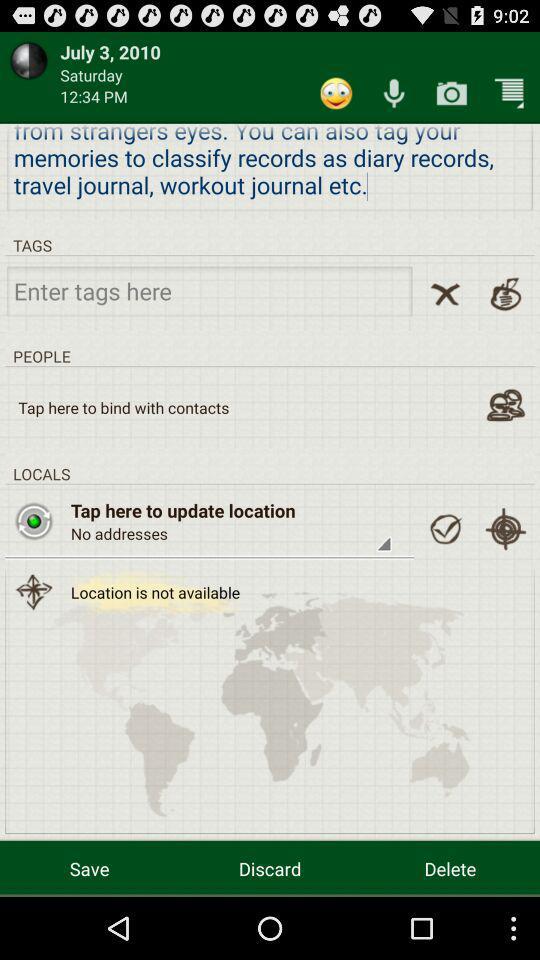 This screenshot has height=960, width=540. What do you see at coordinates (394, 93) in the screenshot?
I see `record entry` at bounding box center [394, 93].